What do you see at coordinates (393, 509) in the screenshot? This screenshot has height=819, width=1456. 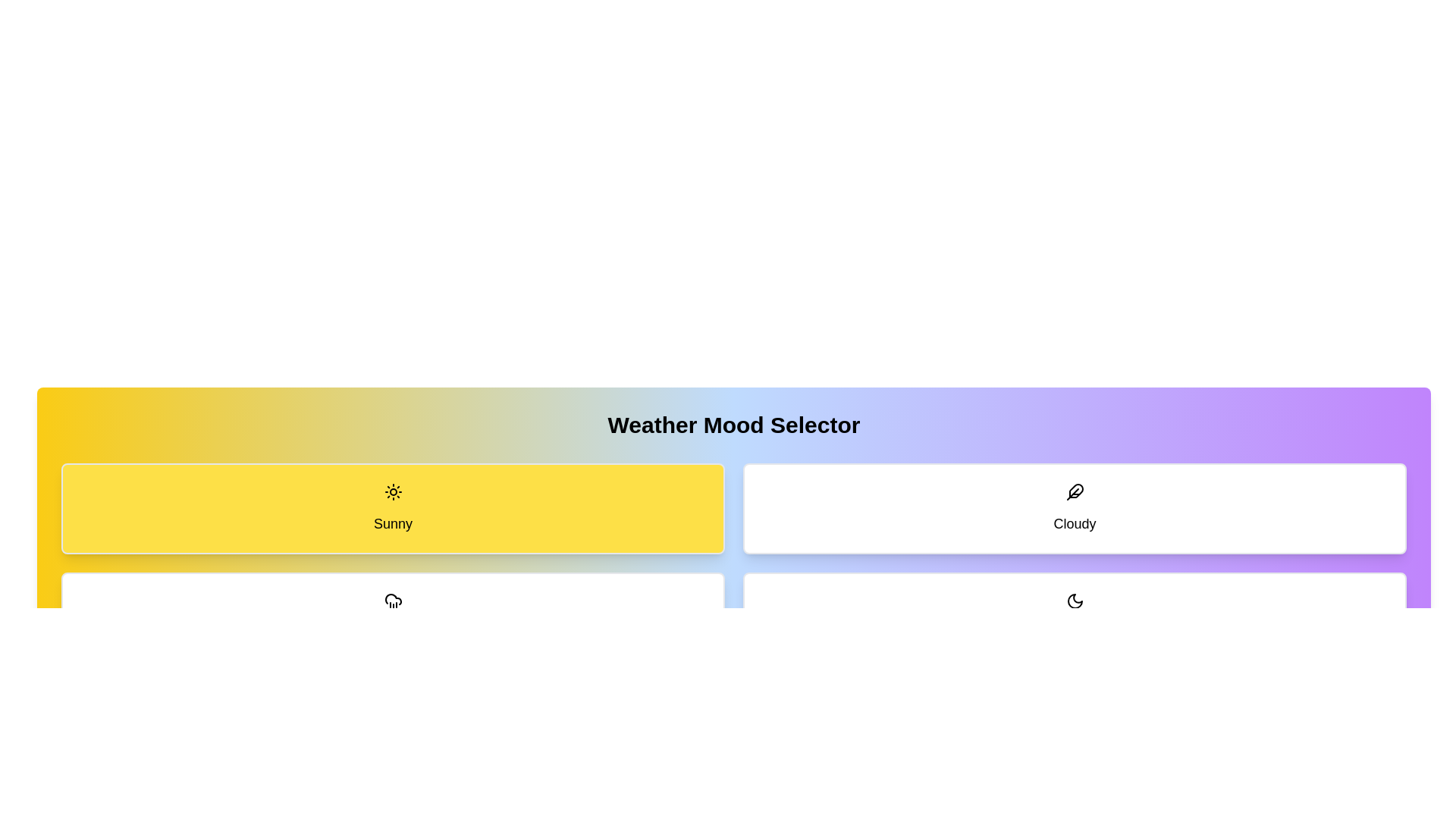 I see `the weather mode button corresponding to Sunny` at bounding box center [393, 509].